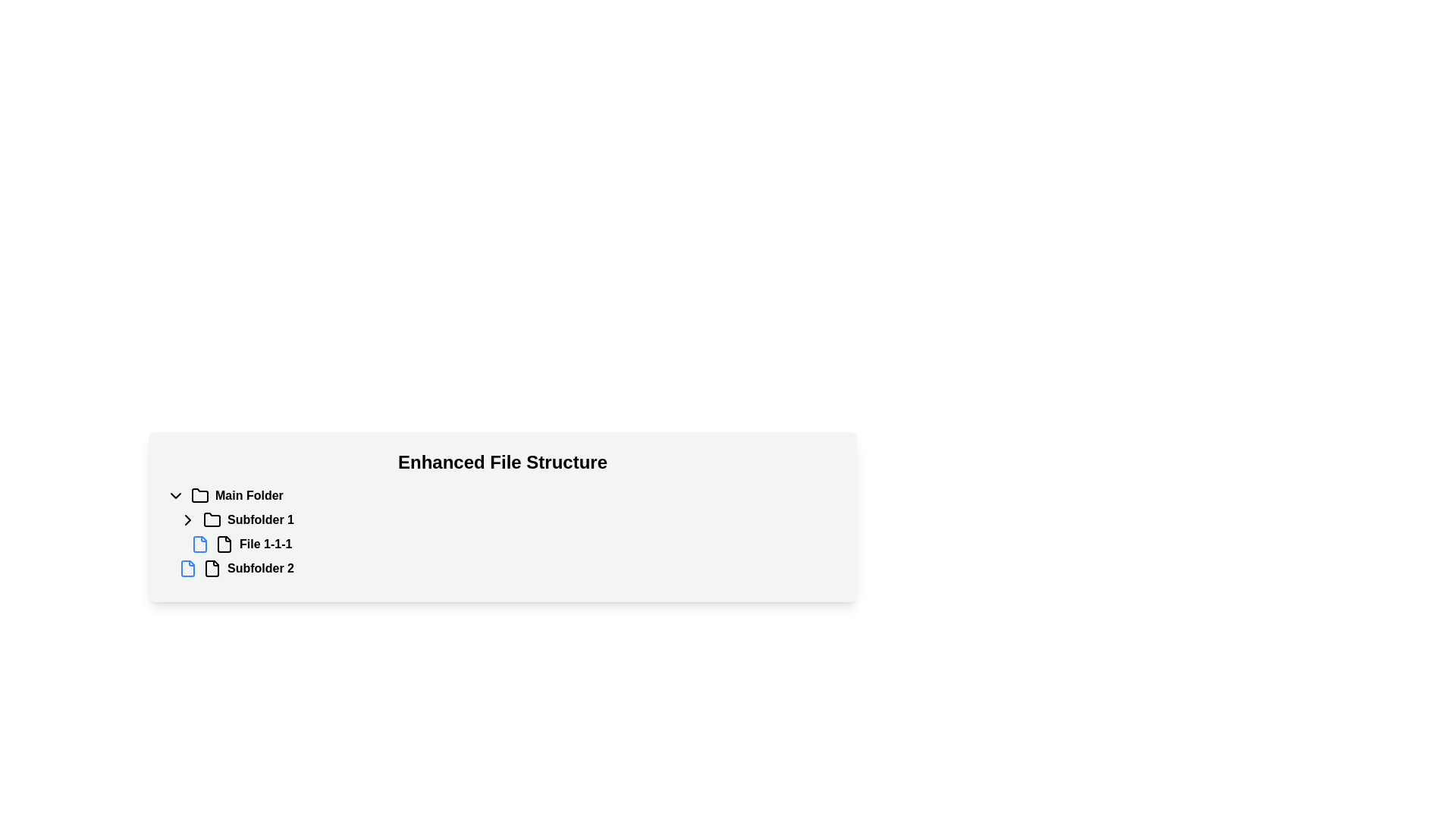 The image size is (1456, 819). Describe the element at coordinates (187, 568) in the screenshot. I see `the first file icon associated with the 'Subfolder 2' label in the hierarchical file structure` at that location.